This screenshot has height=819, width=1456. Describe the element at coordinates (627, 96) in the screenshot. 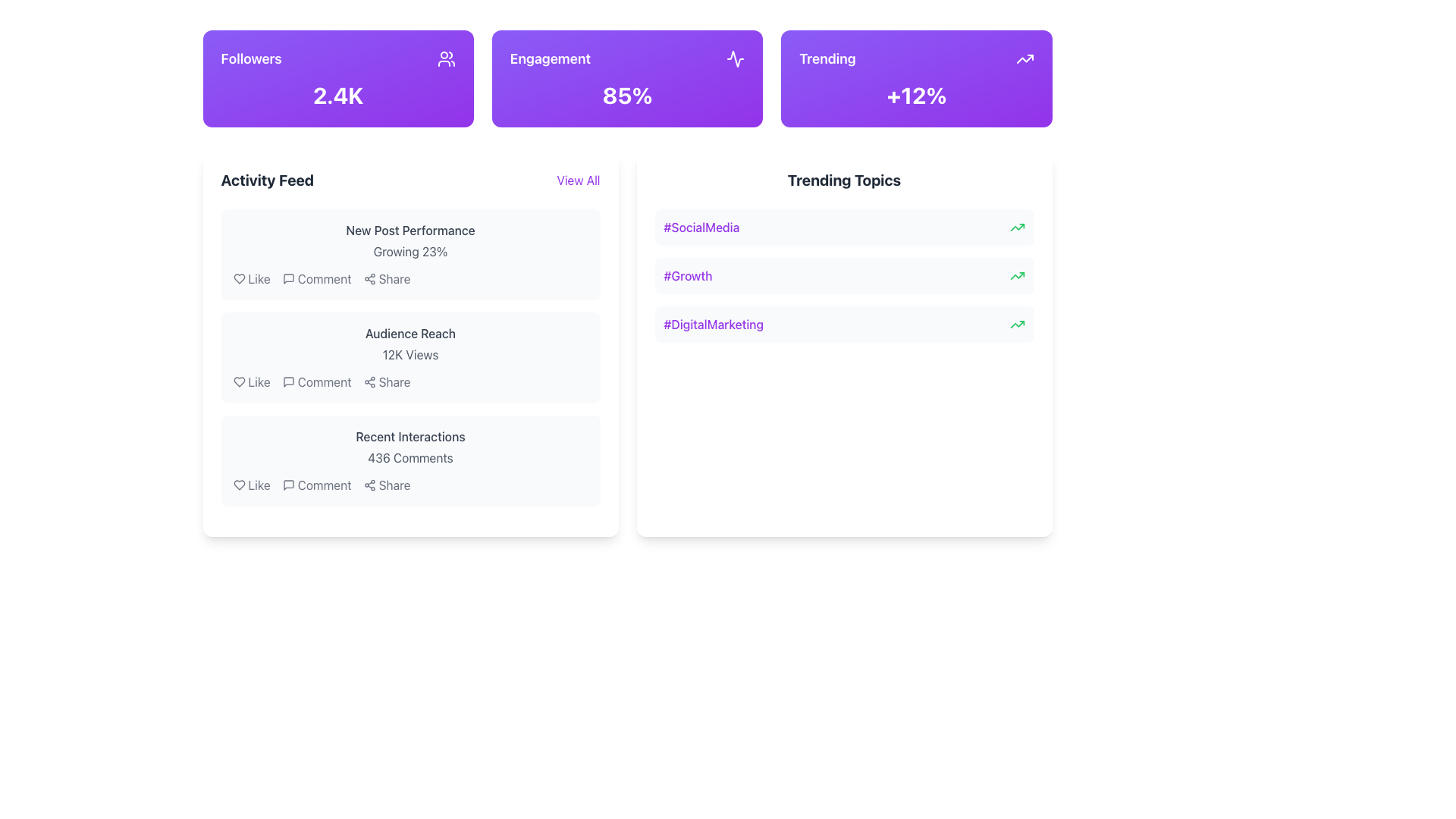

I see `the Text Label displaying '85%' in bold white font, located within the 'Engagement' card, positioned centrally in the top row of cards` at that location.